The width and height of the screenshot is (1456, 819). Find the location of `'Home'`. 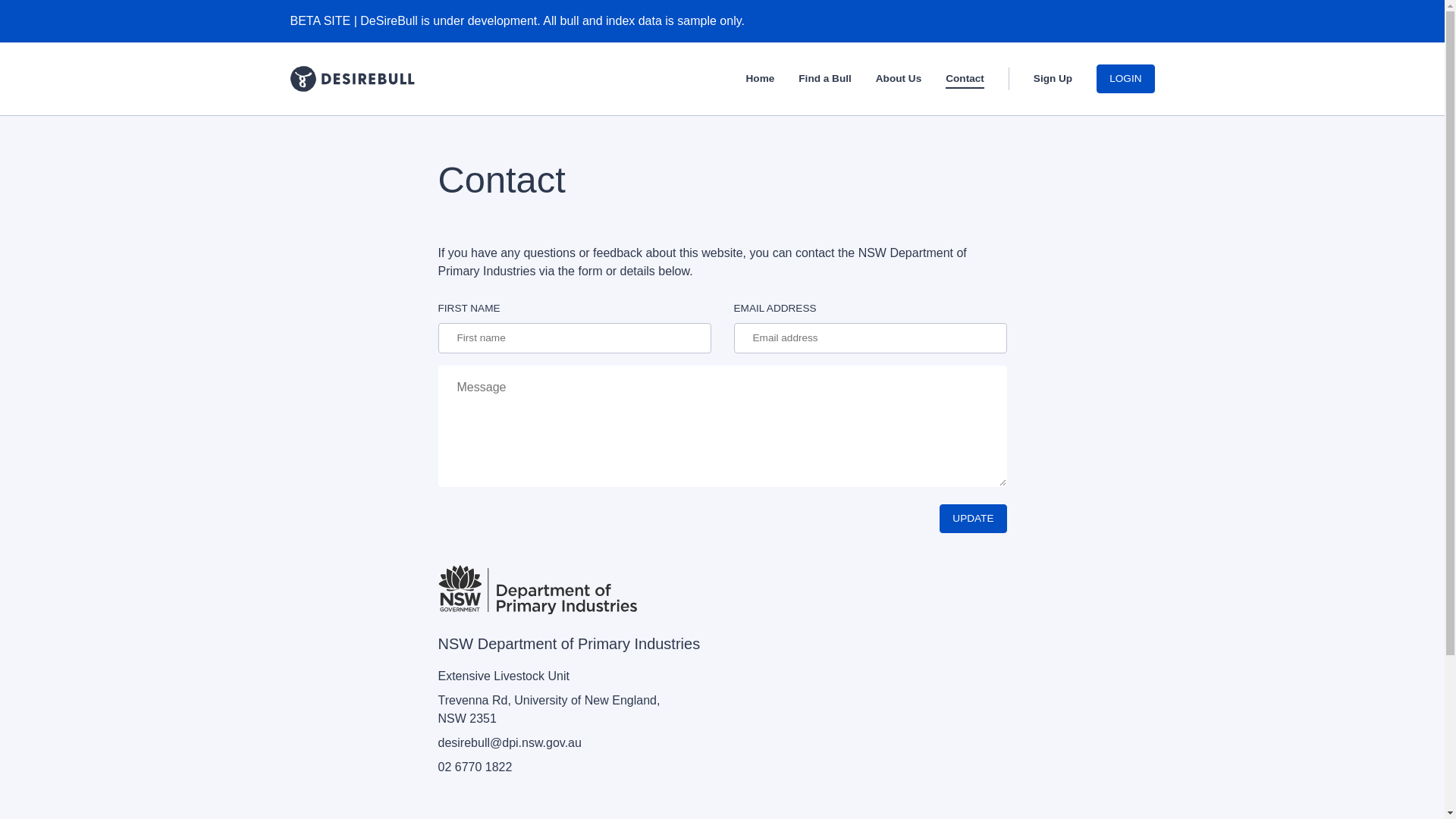

'Home' is located at coordinates (761, 80).